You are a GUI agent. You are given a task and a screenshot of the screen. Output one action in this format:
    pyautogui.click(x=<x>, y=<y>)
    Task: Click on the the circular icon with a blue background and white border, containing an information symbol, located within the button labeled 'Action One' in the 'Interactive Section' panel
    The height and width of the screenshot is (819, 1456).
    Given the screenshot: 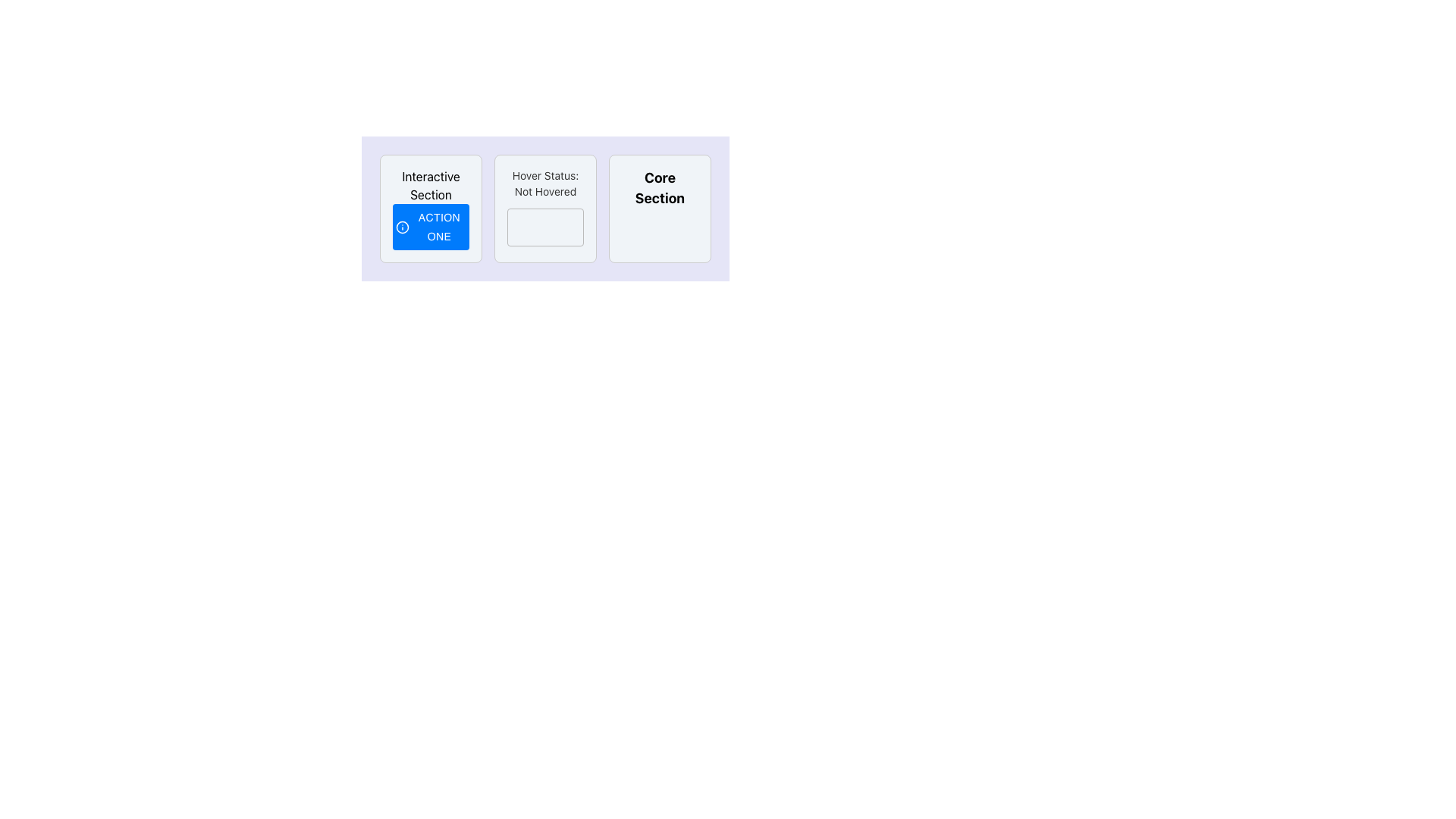 What is the action you would take?
    pyautogui.click(x=403, y=227)
    